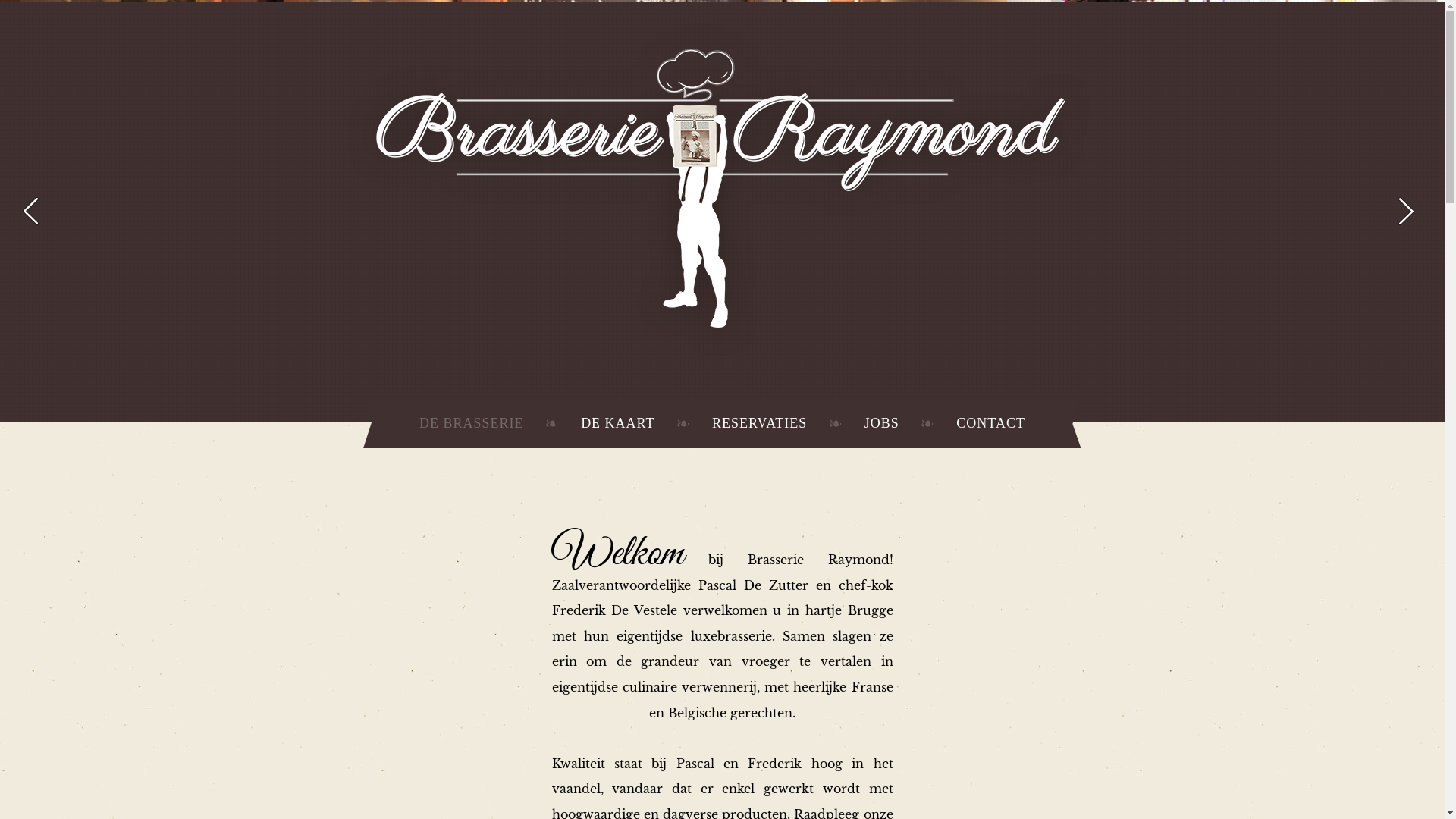 The height and width of the screenshot is (819, 1456). Describe the element at coordinates (881, 423) in the screenshot. I see `'JOBS'` at that location.